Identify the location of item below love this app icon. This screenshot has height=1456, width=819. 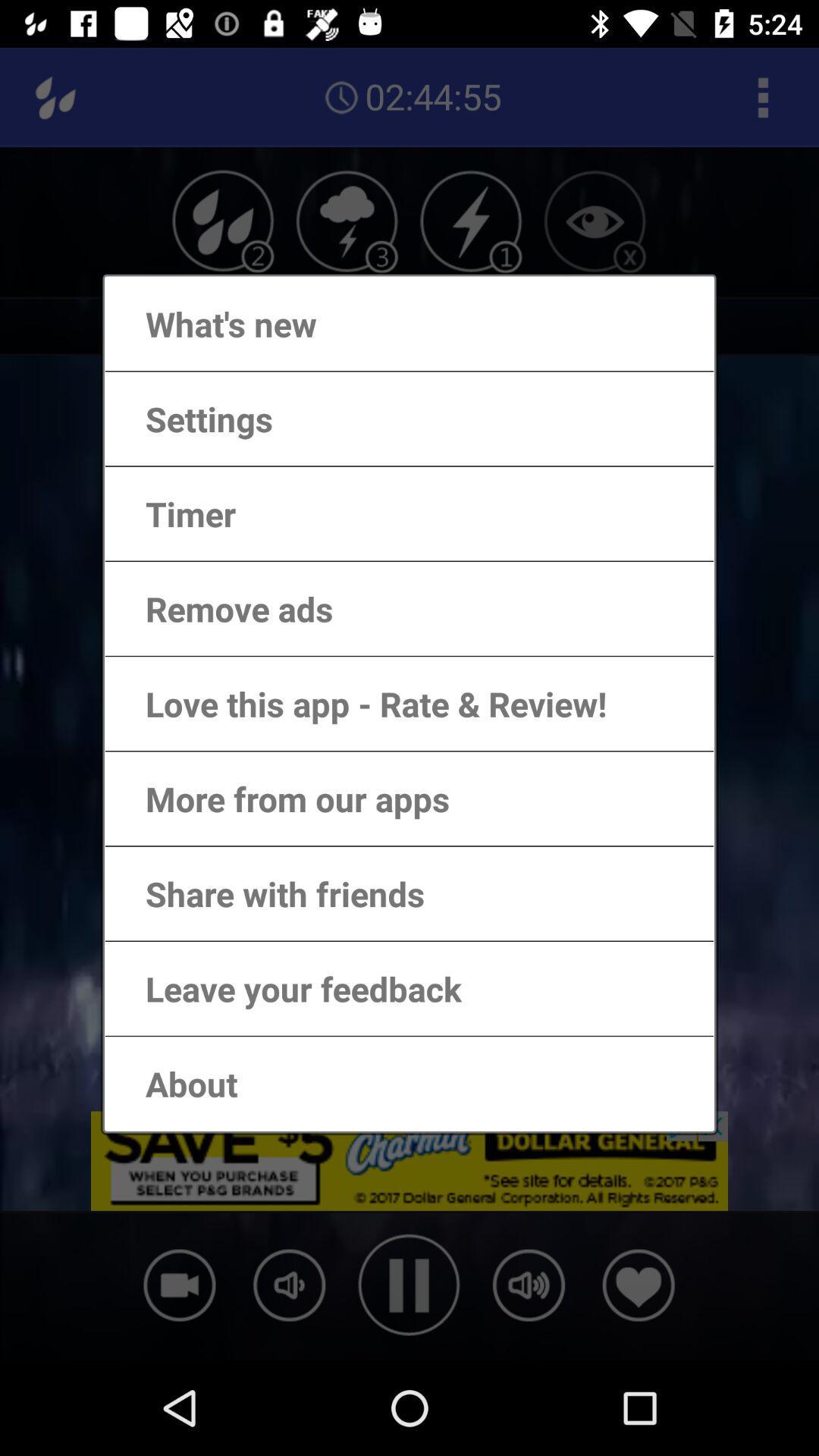
(282, 798).